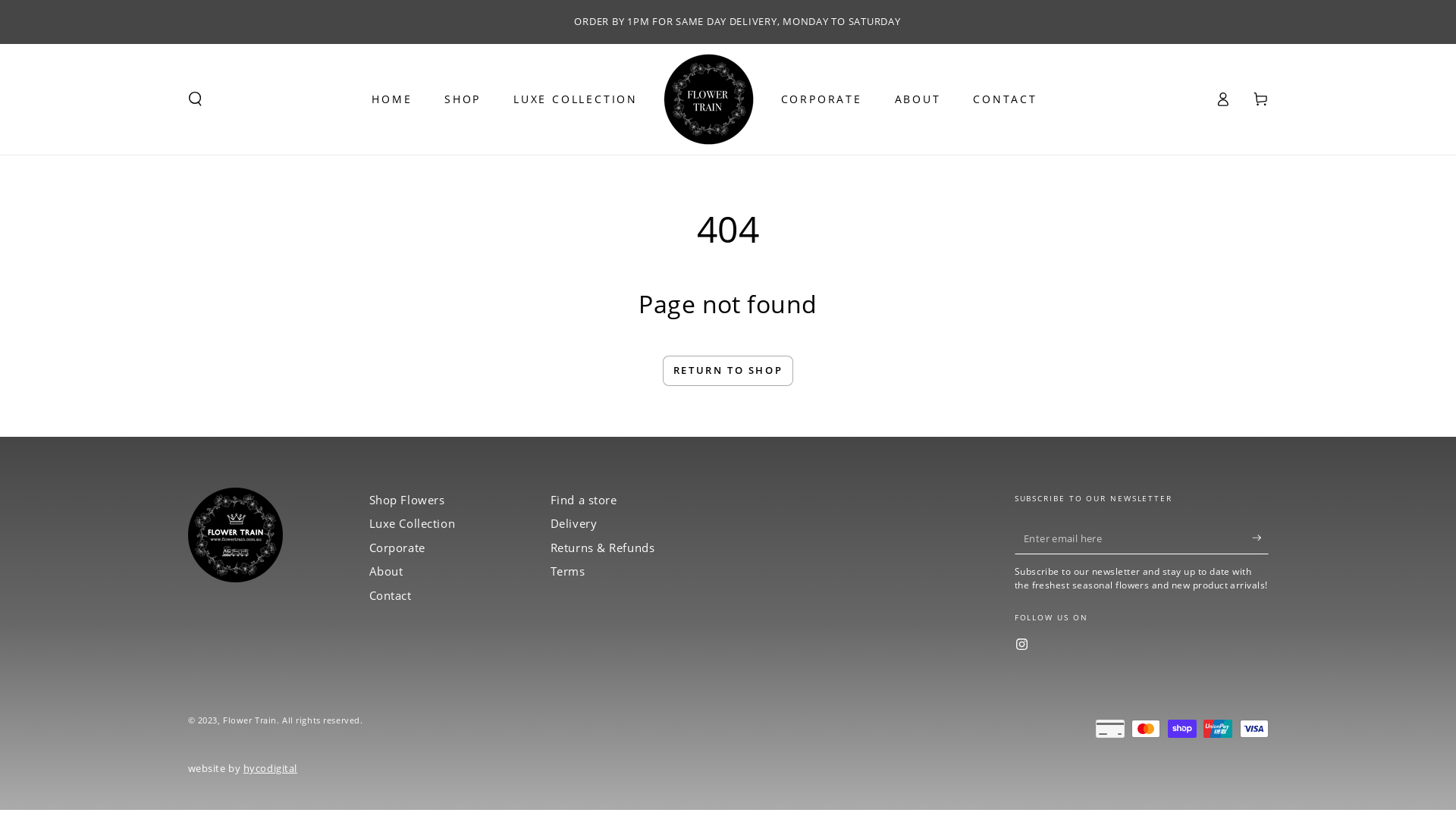  I want to click on 'About', so click(369, 570).